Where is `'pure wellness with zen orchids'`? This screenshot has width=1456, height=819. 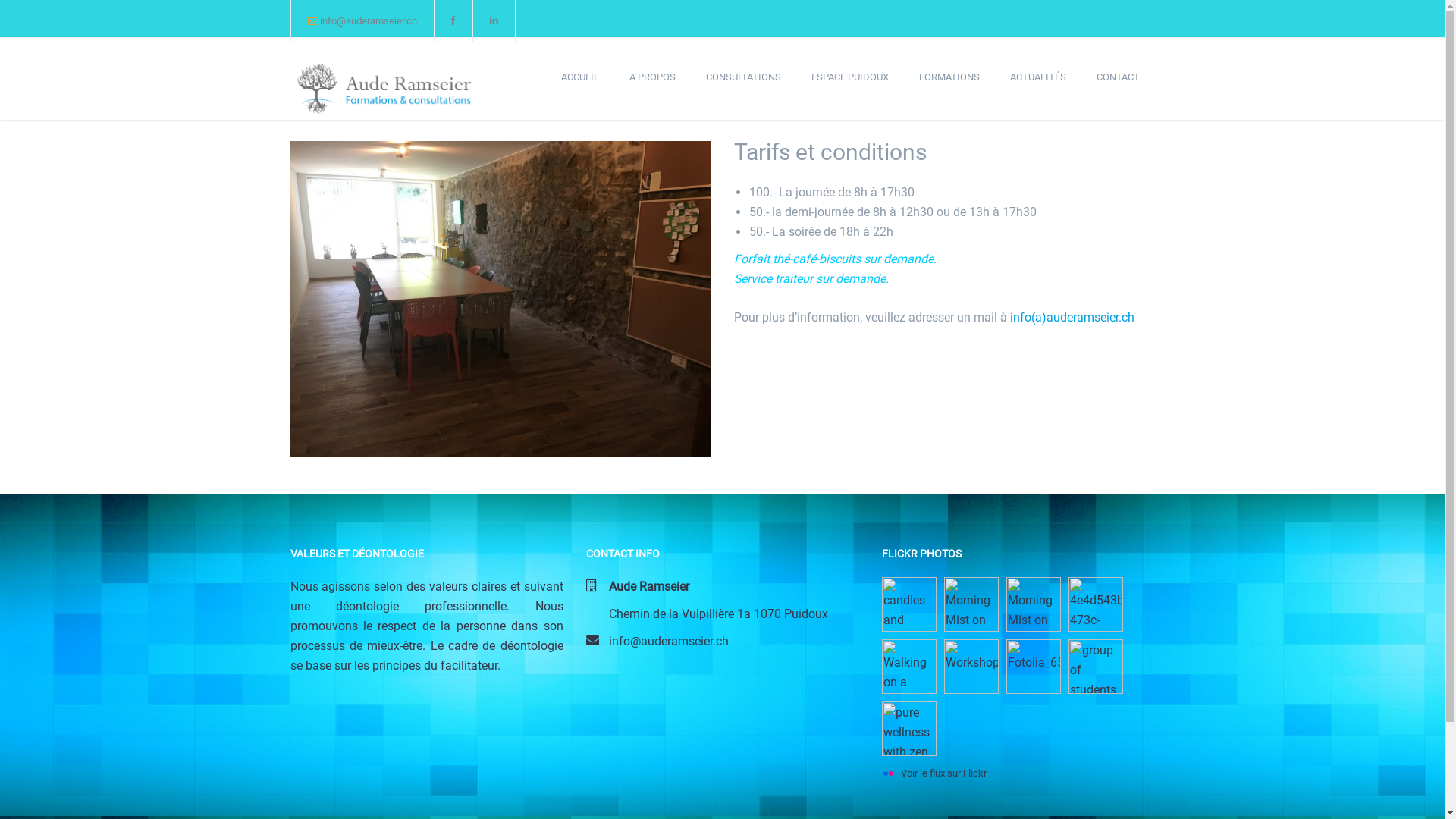
'pure wellness with zen orchids' is located at coordinates (880, 727).